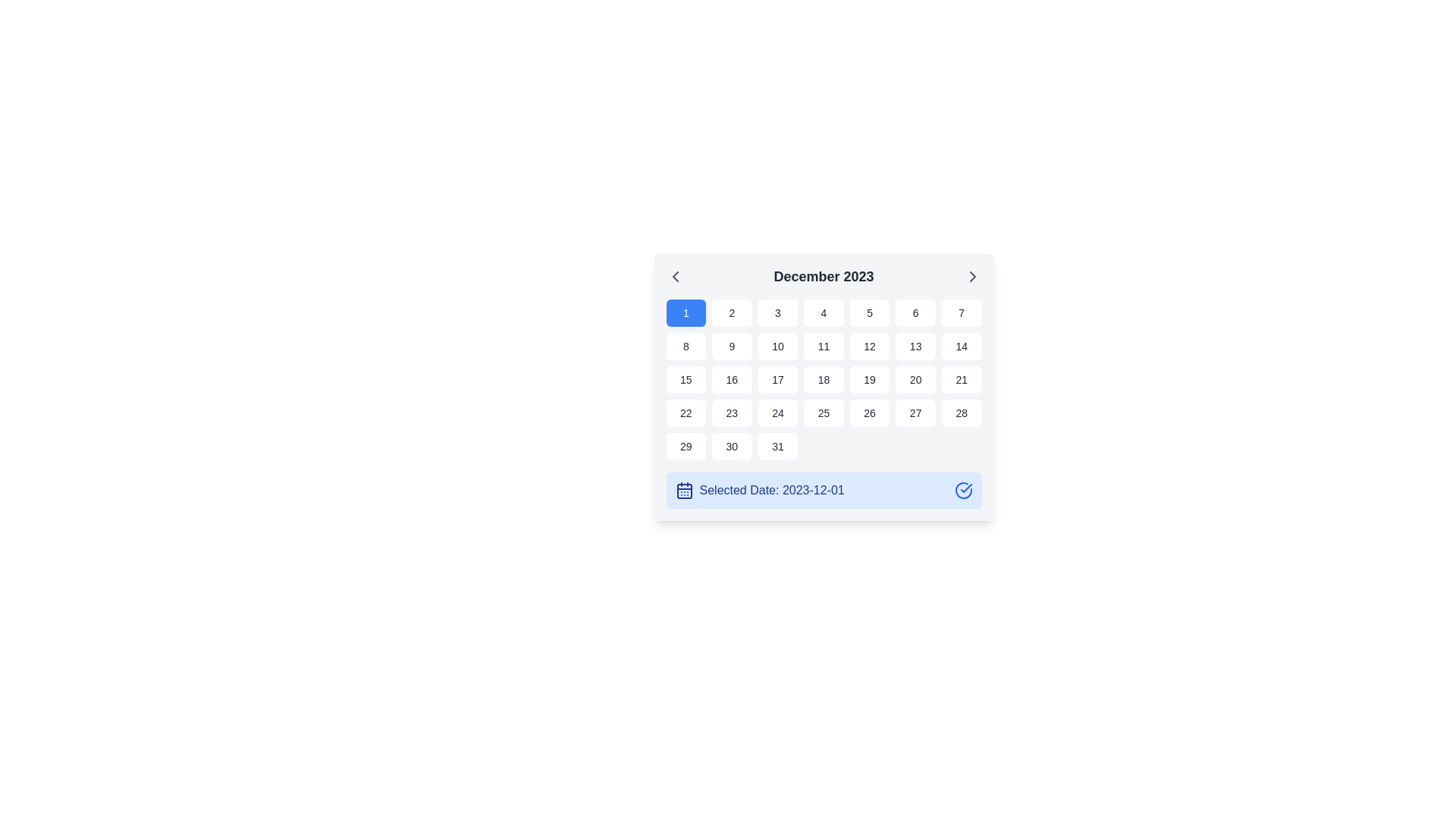  I want to click on the small blue checkmark vector icon located in the bottom-right corner of the circular check icon within the light blue bar displaying the selected date in the calendar widget, so click(965, 488).